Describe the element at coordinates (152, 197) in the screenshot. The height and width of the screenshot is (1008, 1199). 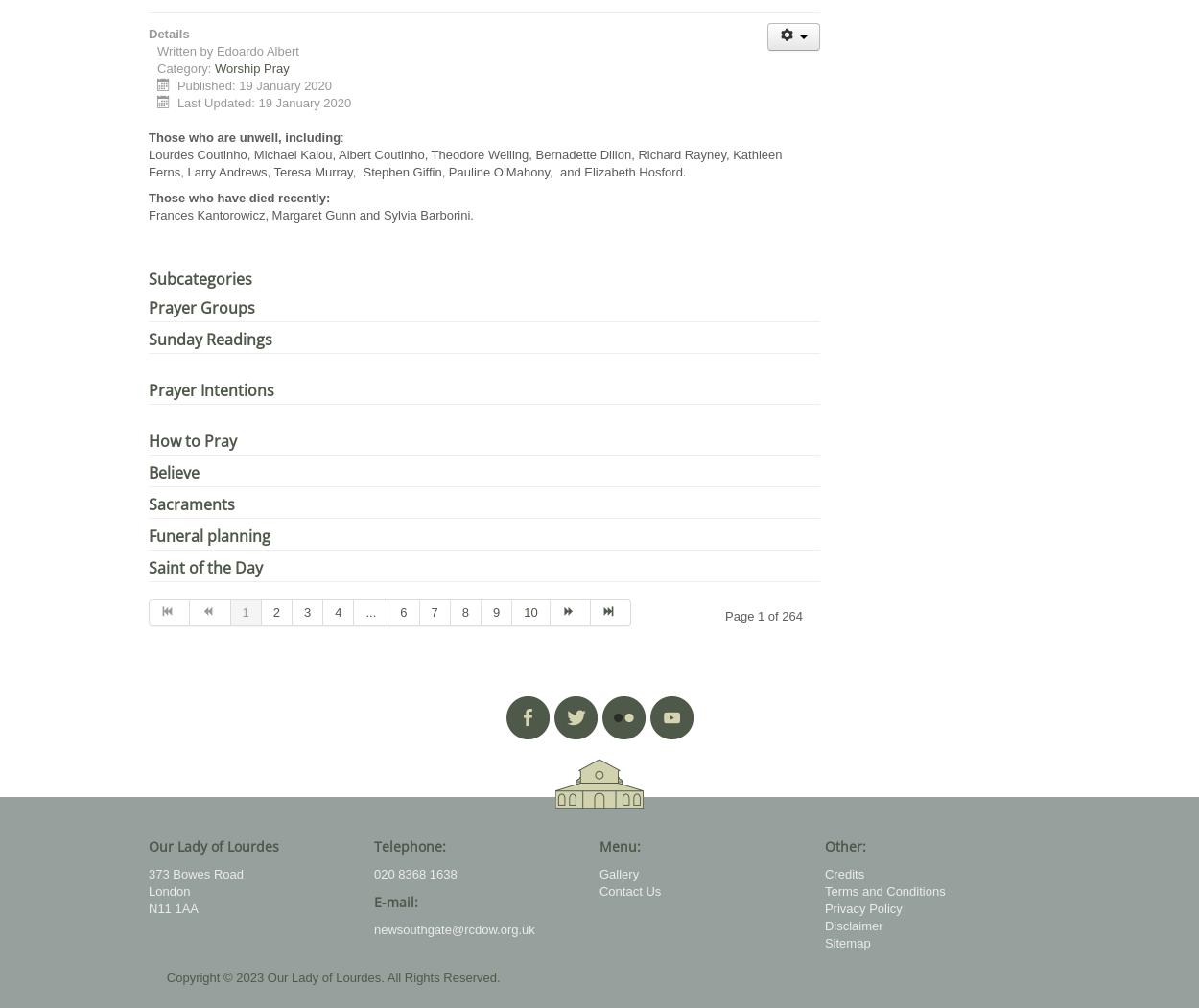
I see `'T'` at that location.